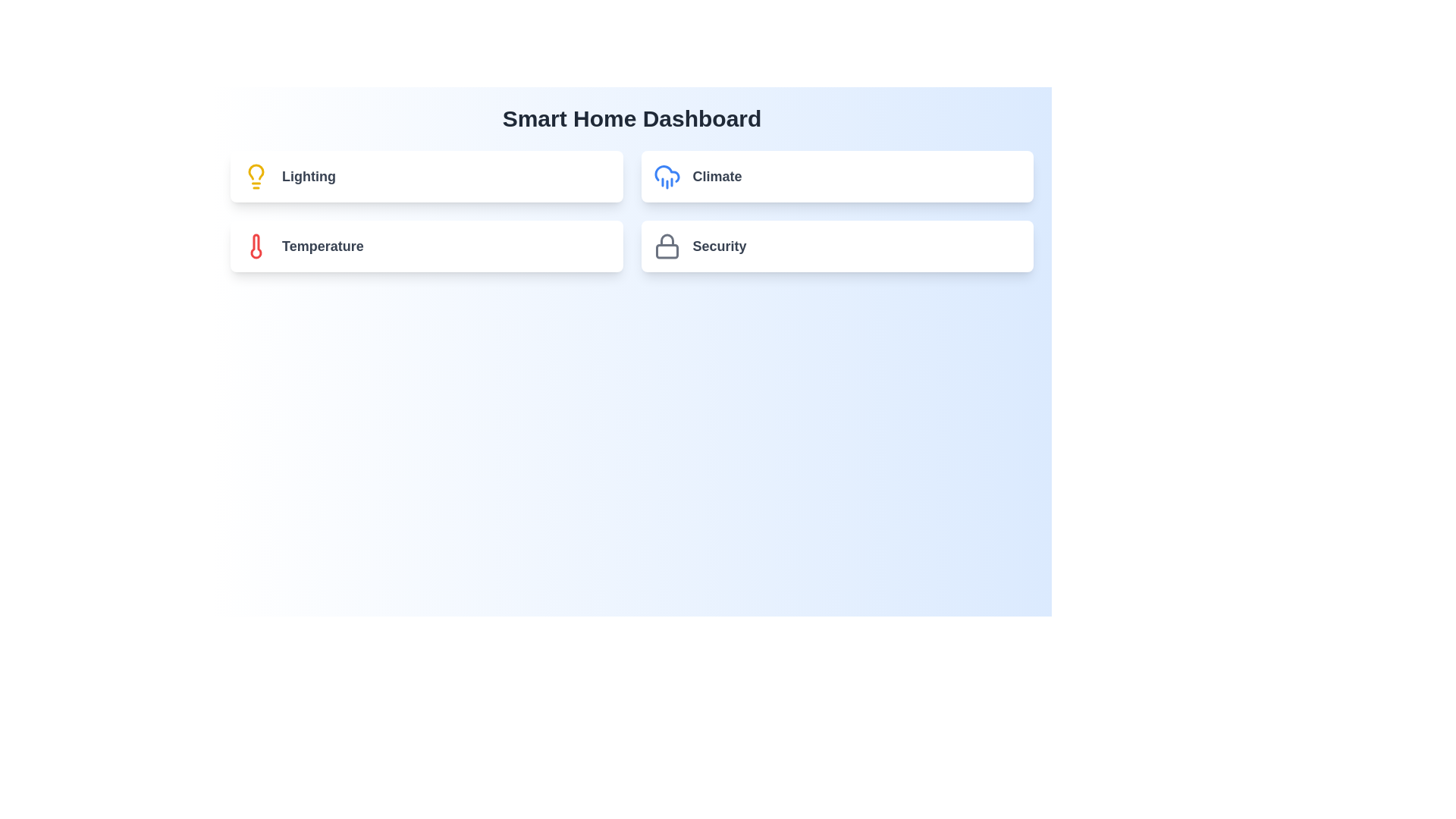 The height and width of the screenshot is (819, 1456). Describe the element at coordinates (322, 245) in the screenshot. I see `the text label displaying 'Temperature' which is located to the immediate right of the red thermometer icon in the second card of the grid layout` at that location.